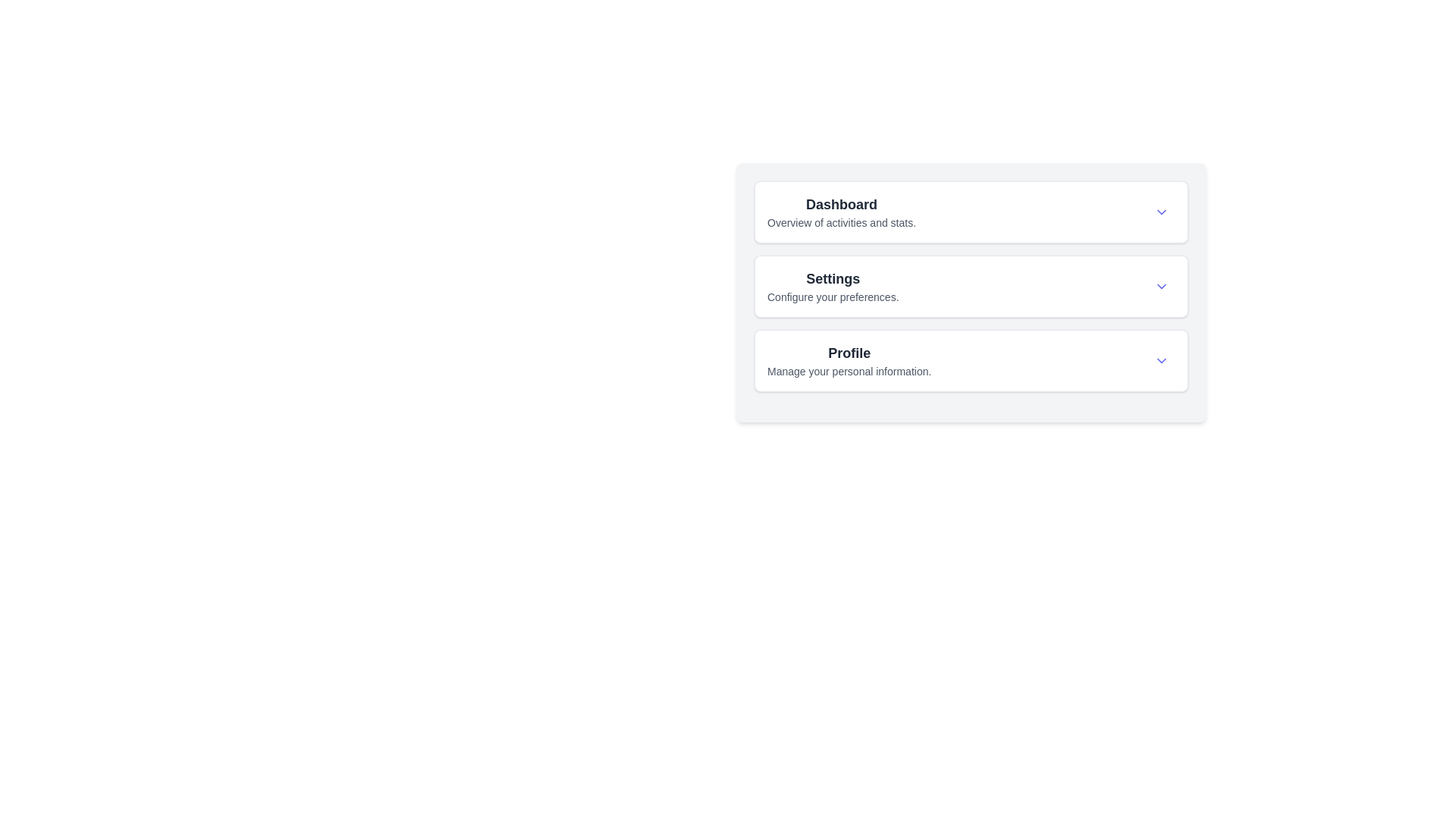 The height and width of the screenshot is (819, 1456). What do you see at coordinates (1160, 212) in the screenshot?
I see `the downward-facing chevron icon, styled with a blue hue, located on the far right side of the 'Dashboard' section` at bounding box center [1160, 212].